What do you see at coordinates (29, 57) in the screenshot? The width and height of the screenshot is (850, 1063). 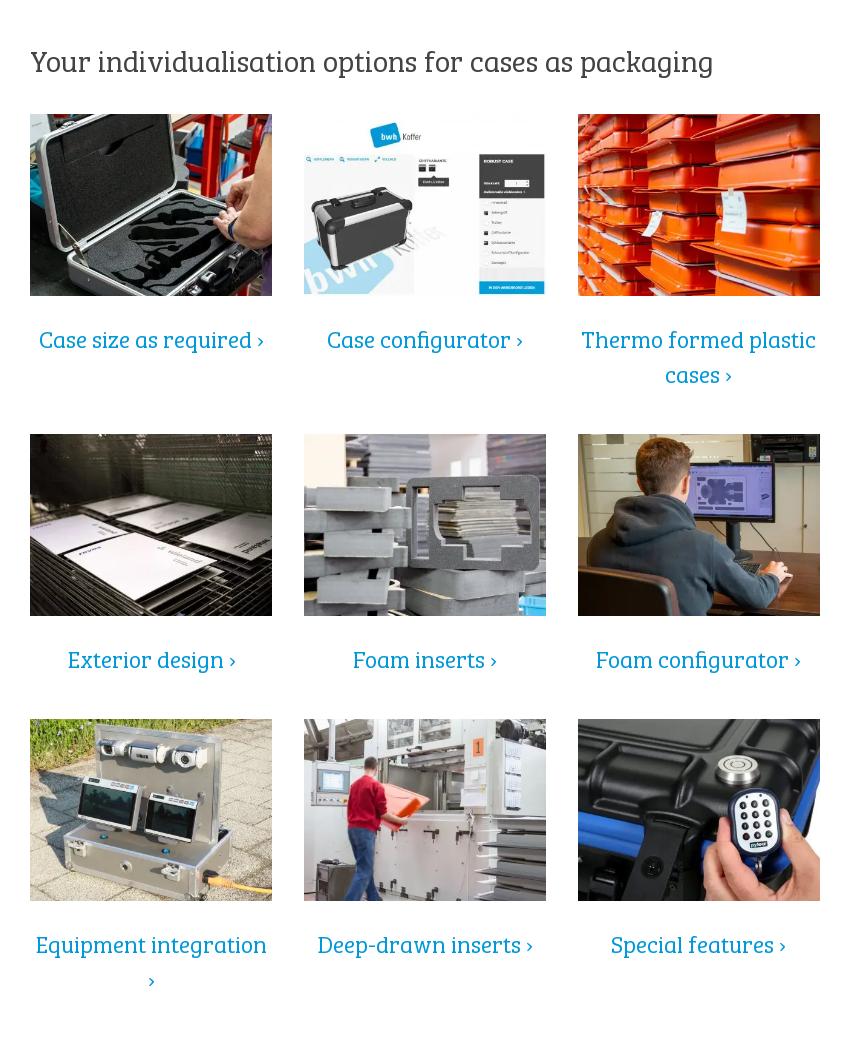 I see `'Your individualisation options for cases as packaging'` at bounding box center [29, 57].